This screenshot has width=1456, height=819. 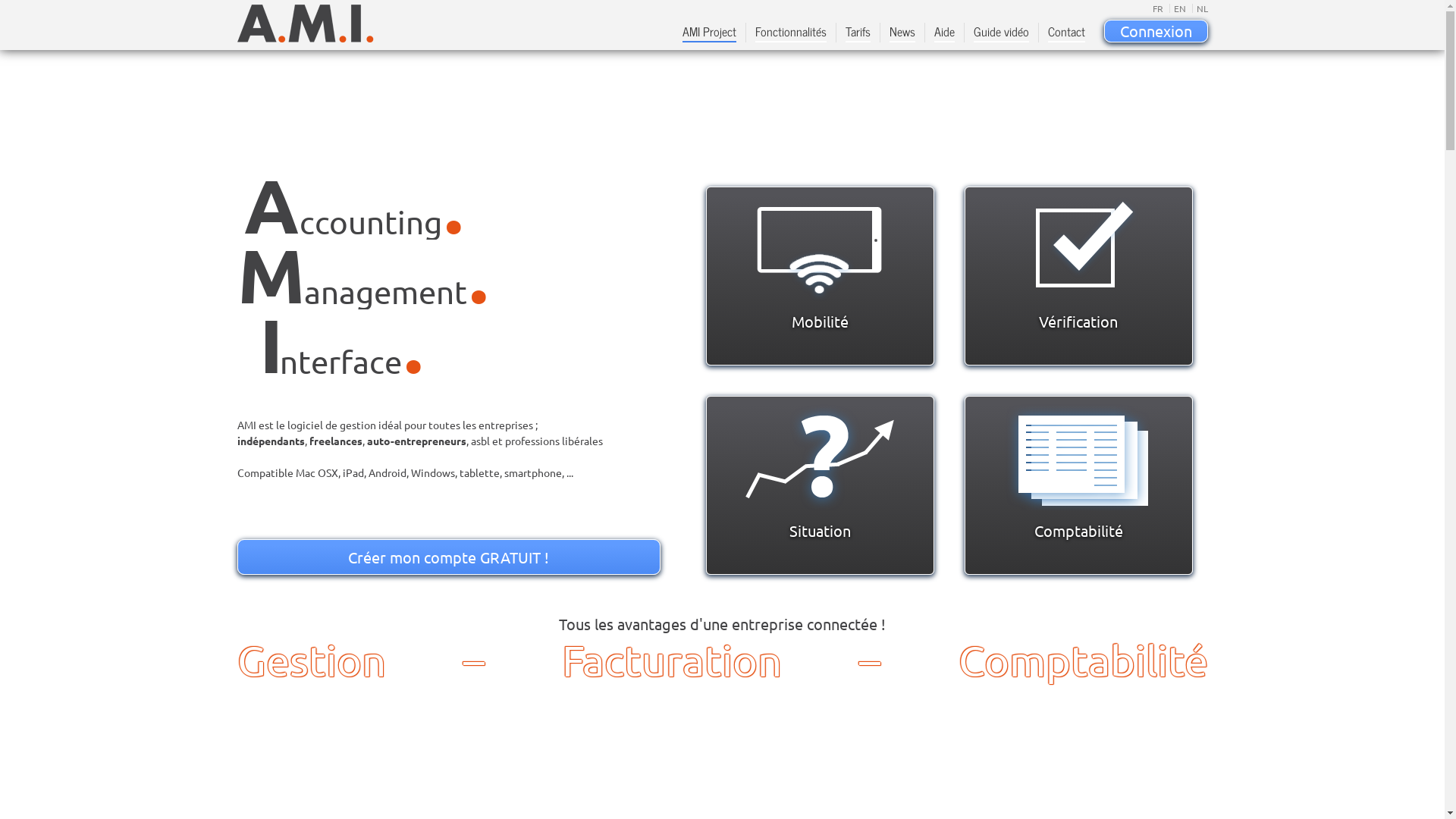 I want to click on 'AMI Project', so click(x=708, y=33).